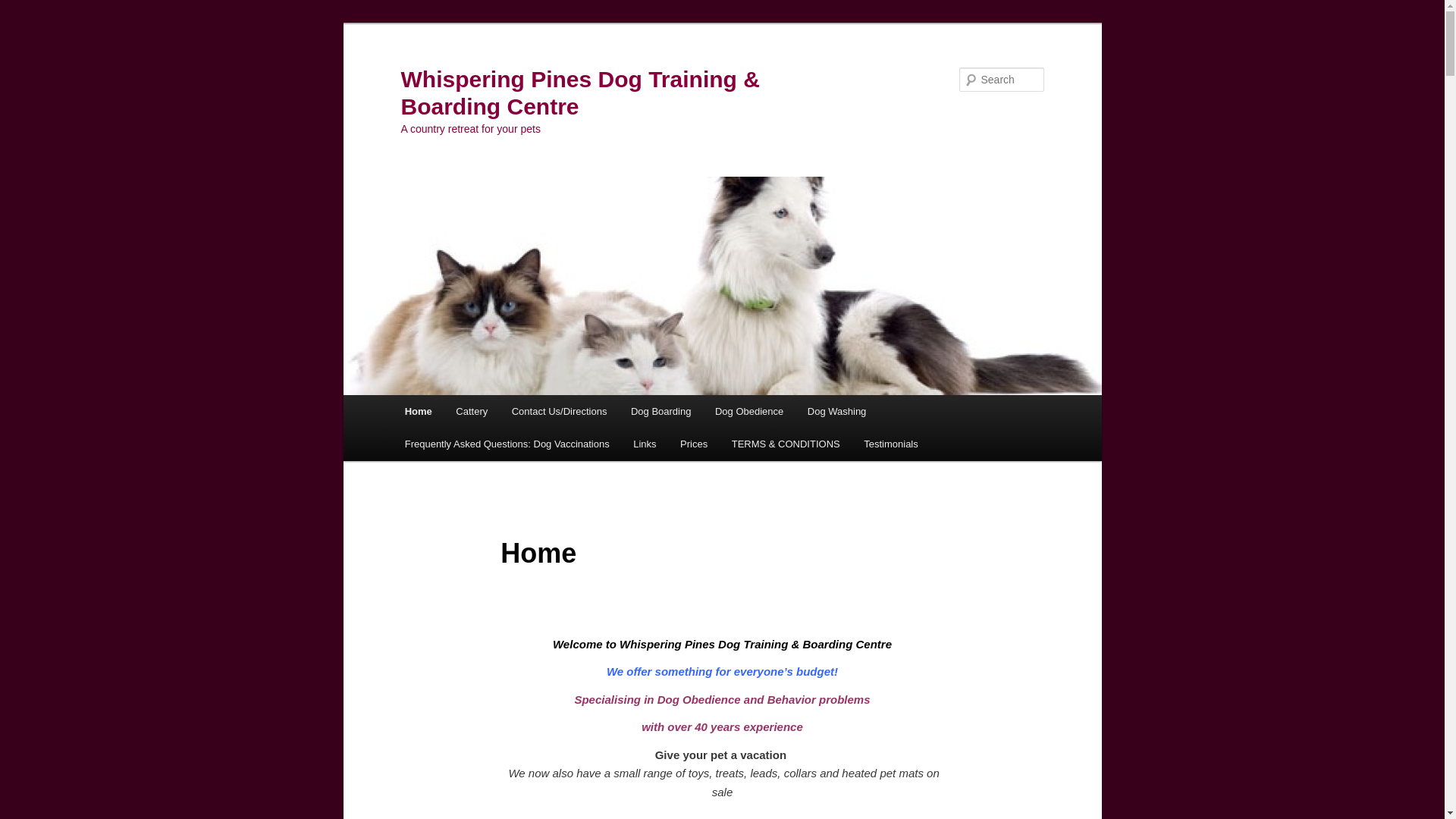  I want to click on 'Dog Obedience', so click(749, 411).